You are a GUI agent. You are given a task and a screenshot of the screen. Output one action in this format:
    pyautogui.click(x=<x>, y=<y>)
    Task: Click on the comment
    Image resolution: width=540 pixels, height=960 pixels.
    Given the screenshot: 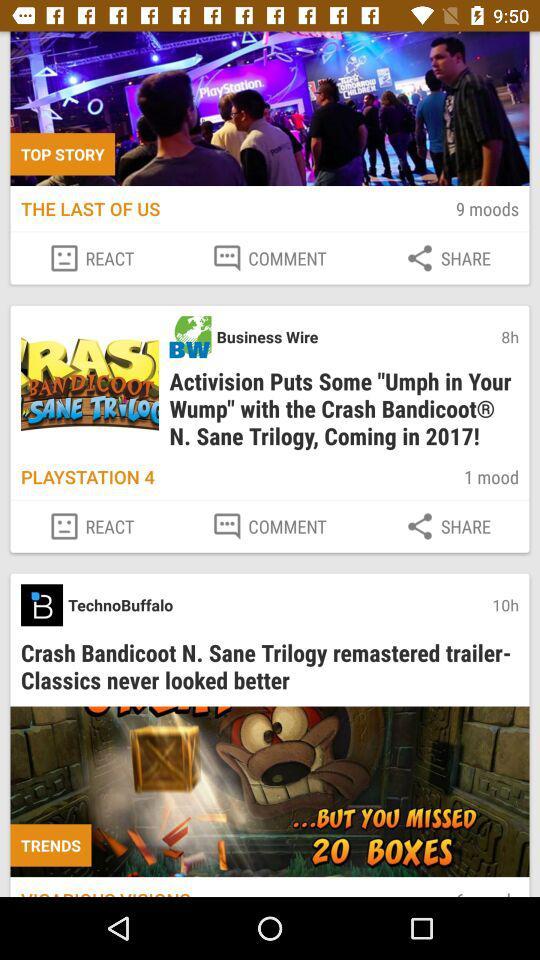 What is the action you would take?
    pyautogui.click(x=269, y=525)
    